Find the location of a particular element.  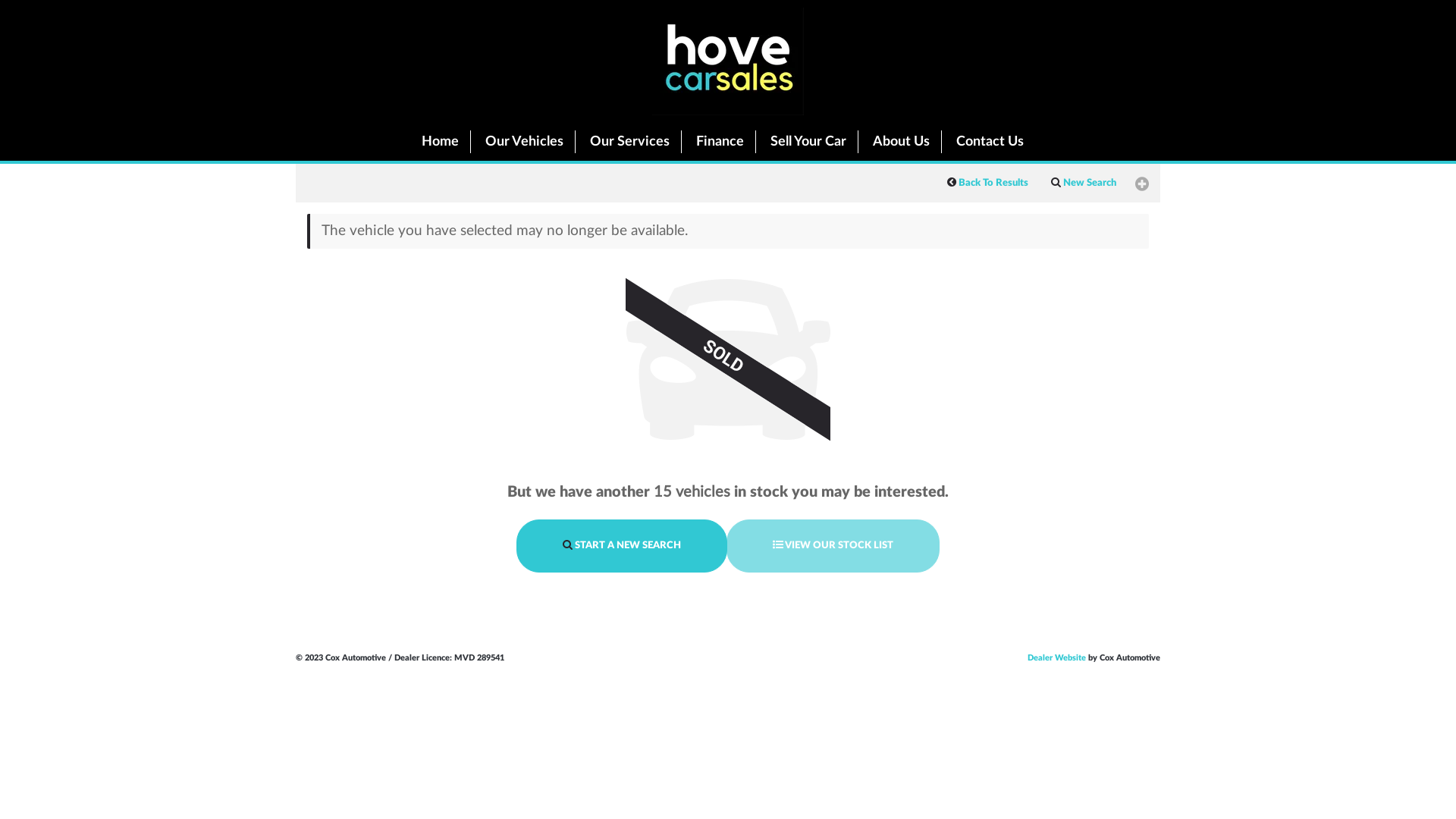

'Home' is located at coordinates (437, 141).